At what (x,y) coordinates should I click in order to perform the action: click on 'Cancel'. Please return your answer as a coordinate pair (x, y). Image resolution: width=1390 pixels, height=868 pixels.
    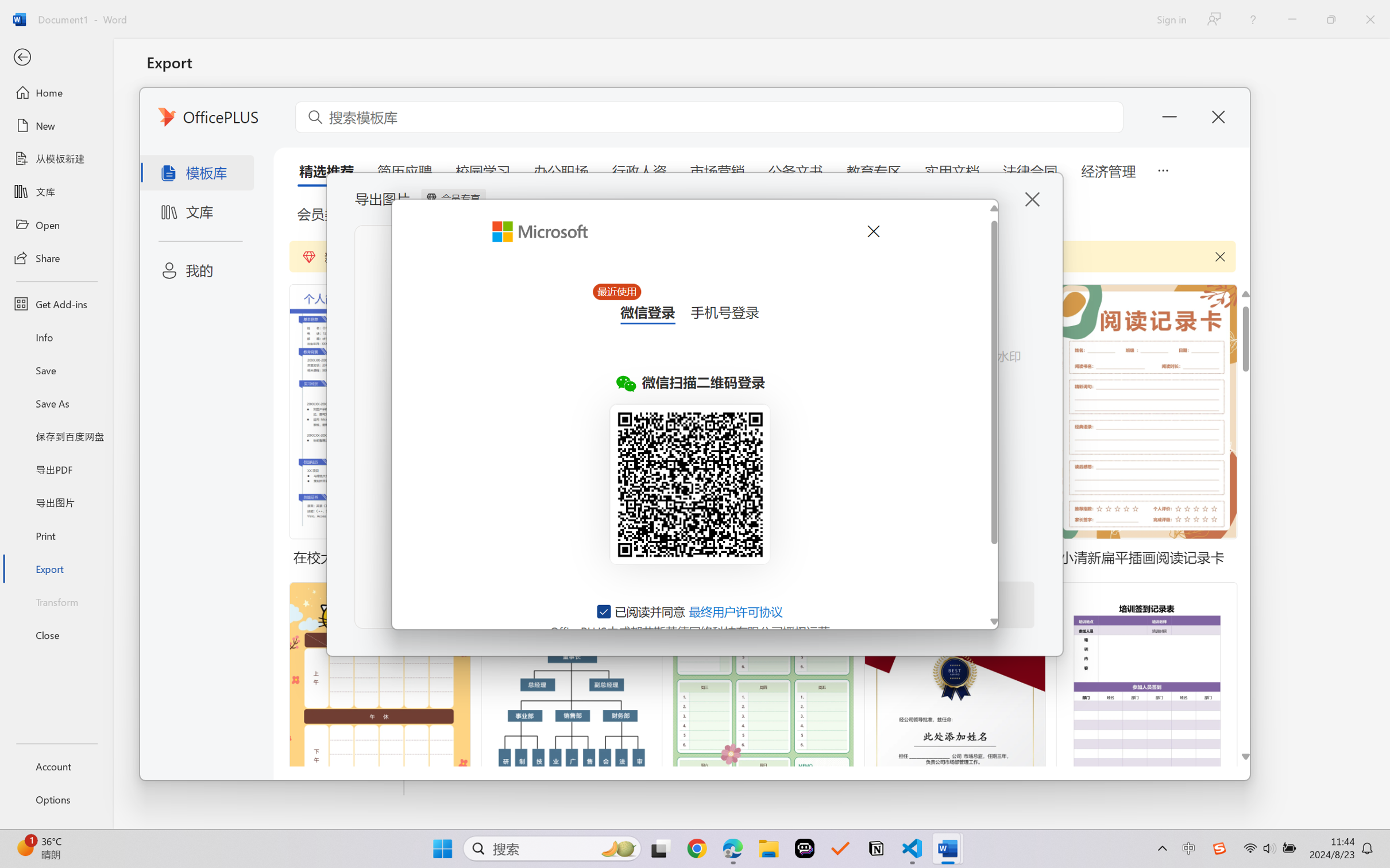
    Looking at the image, I should click on (872, 231).